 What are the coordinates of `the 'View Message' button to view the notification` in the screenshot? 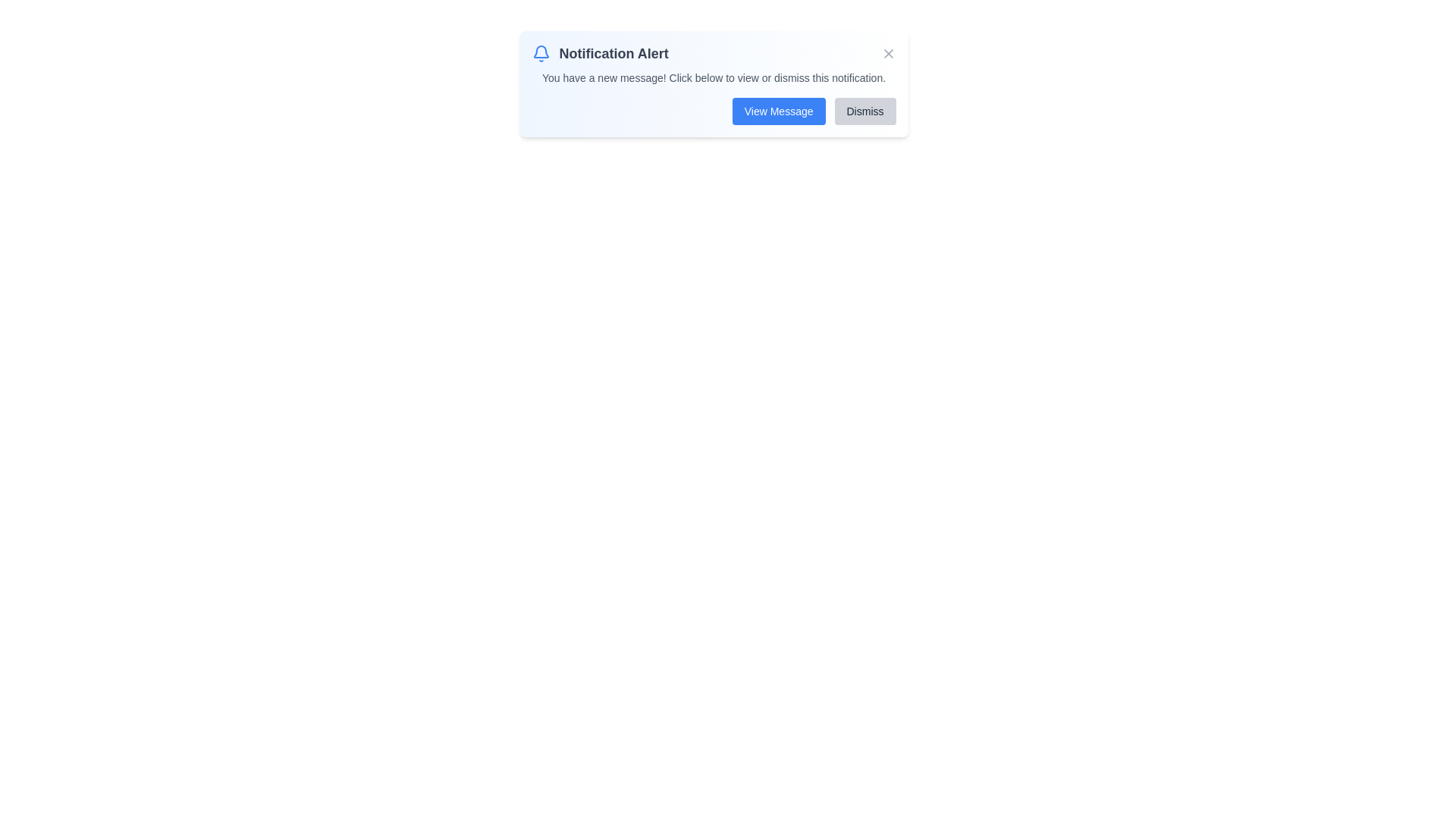 It's located at (779, 110).